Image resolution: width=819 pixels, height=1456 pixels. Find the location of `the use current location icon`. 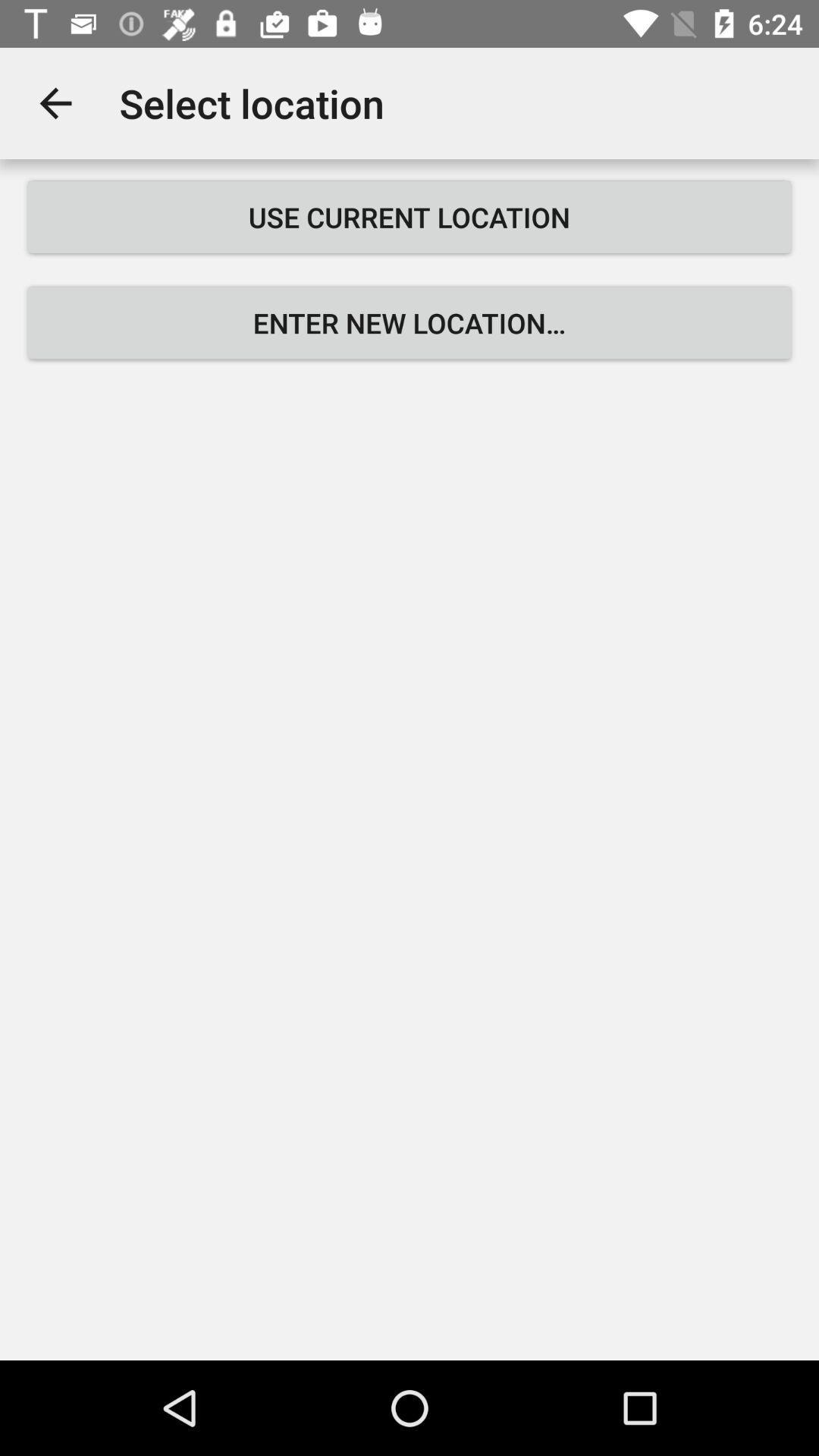

the use current location icon is located at coordinates (409, 216).